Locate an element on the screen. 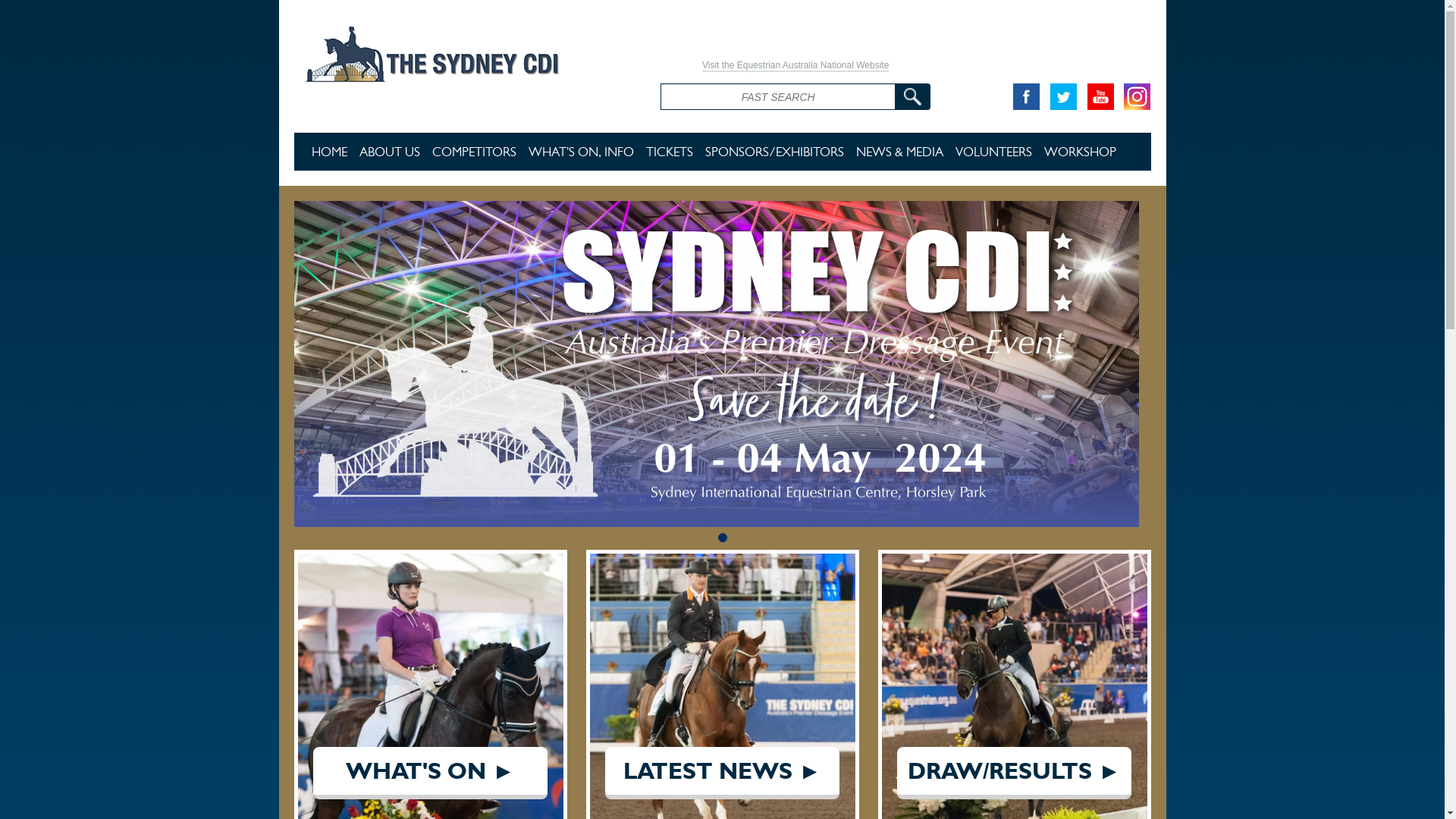 The image size is (1456, 819). 'COMPETITORS' is located at coordinates (473, 152).